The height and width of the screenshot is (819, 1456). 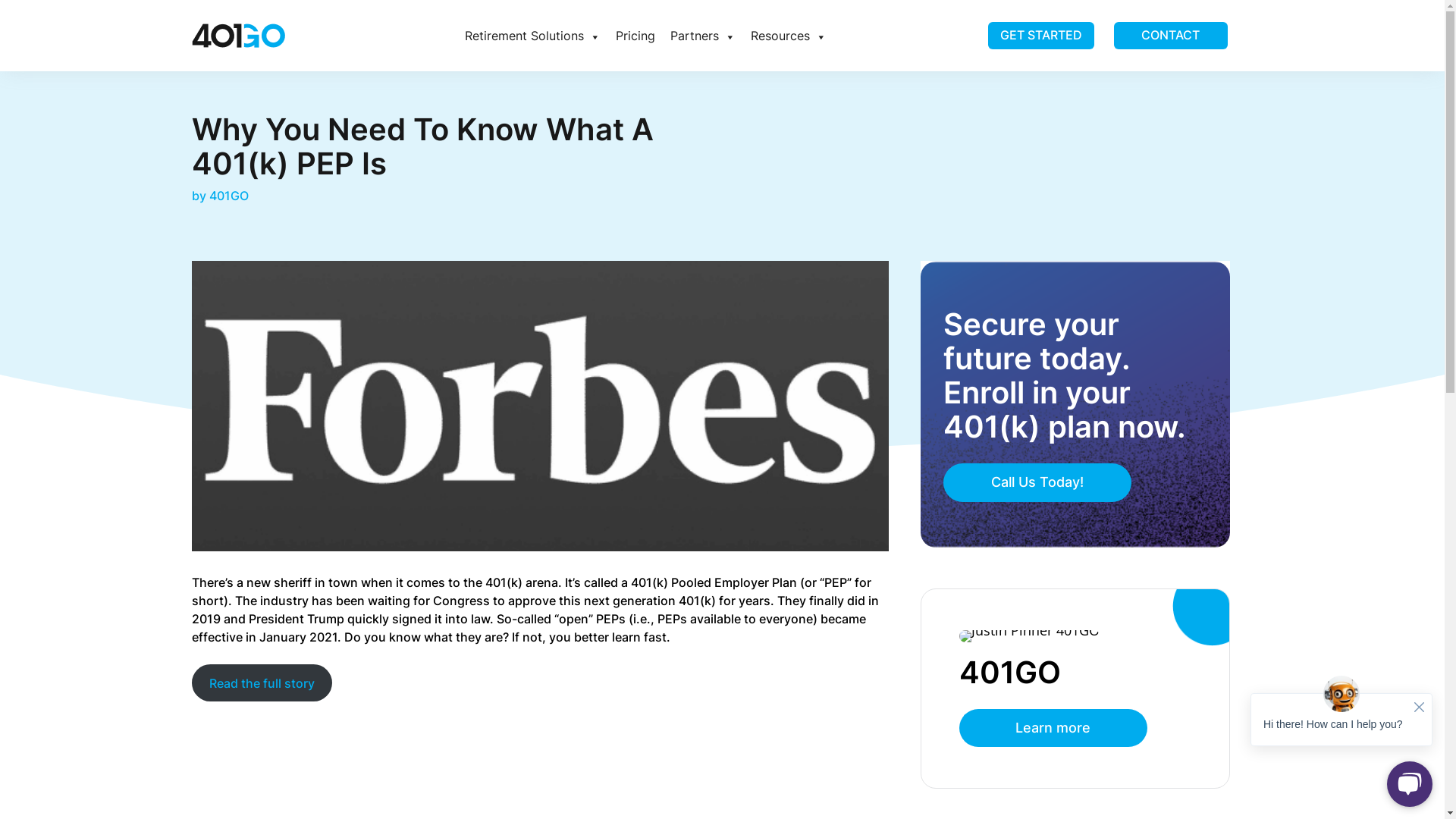 I want to click on '401GO', so click(x=228, y=195).